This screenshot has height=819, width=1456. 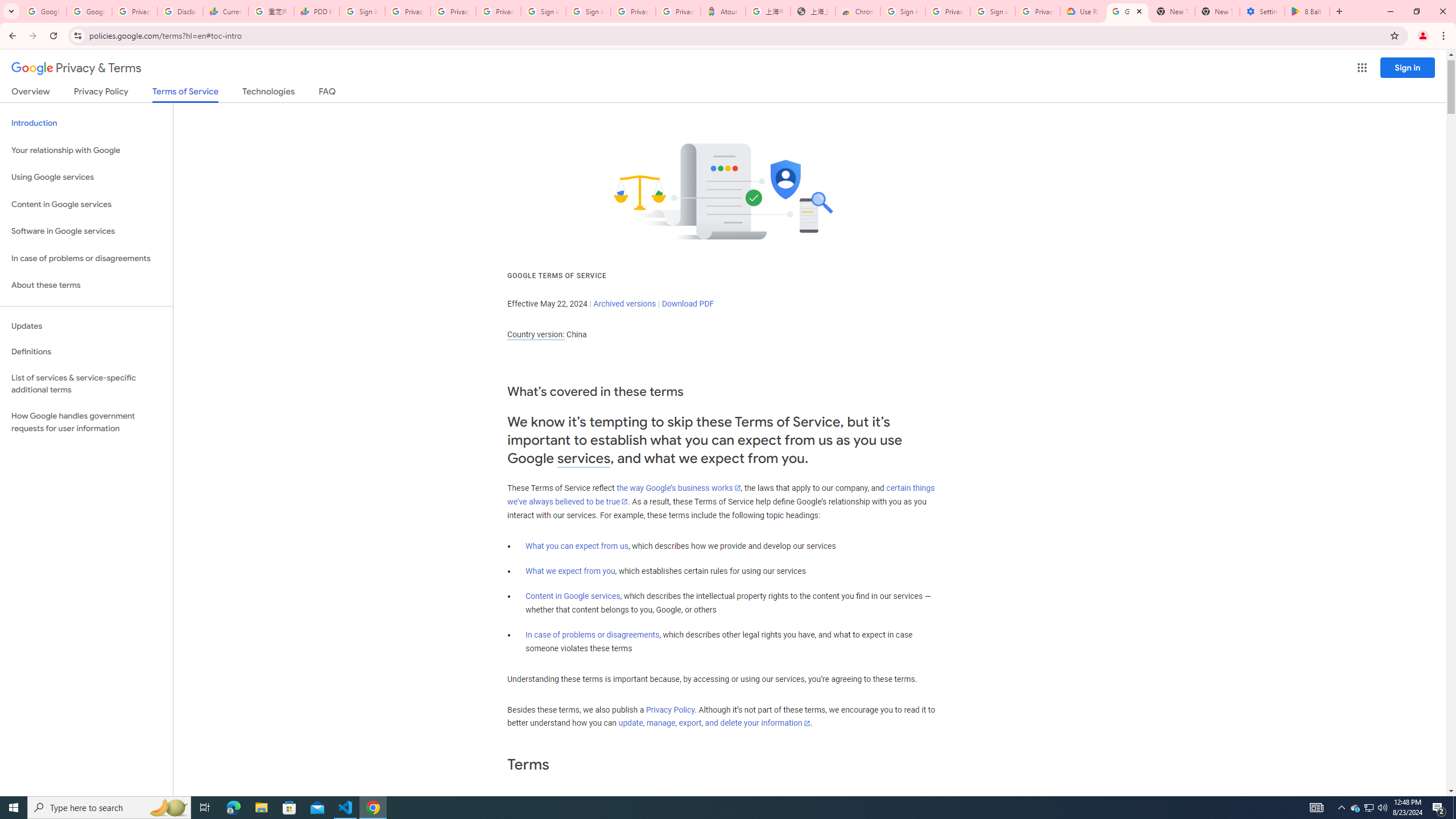 What do you see at coordinates (86, 285) in the screenshot?
I see `'About these terms'` at bounding box center [86, 285].